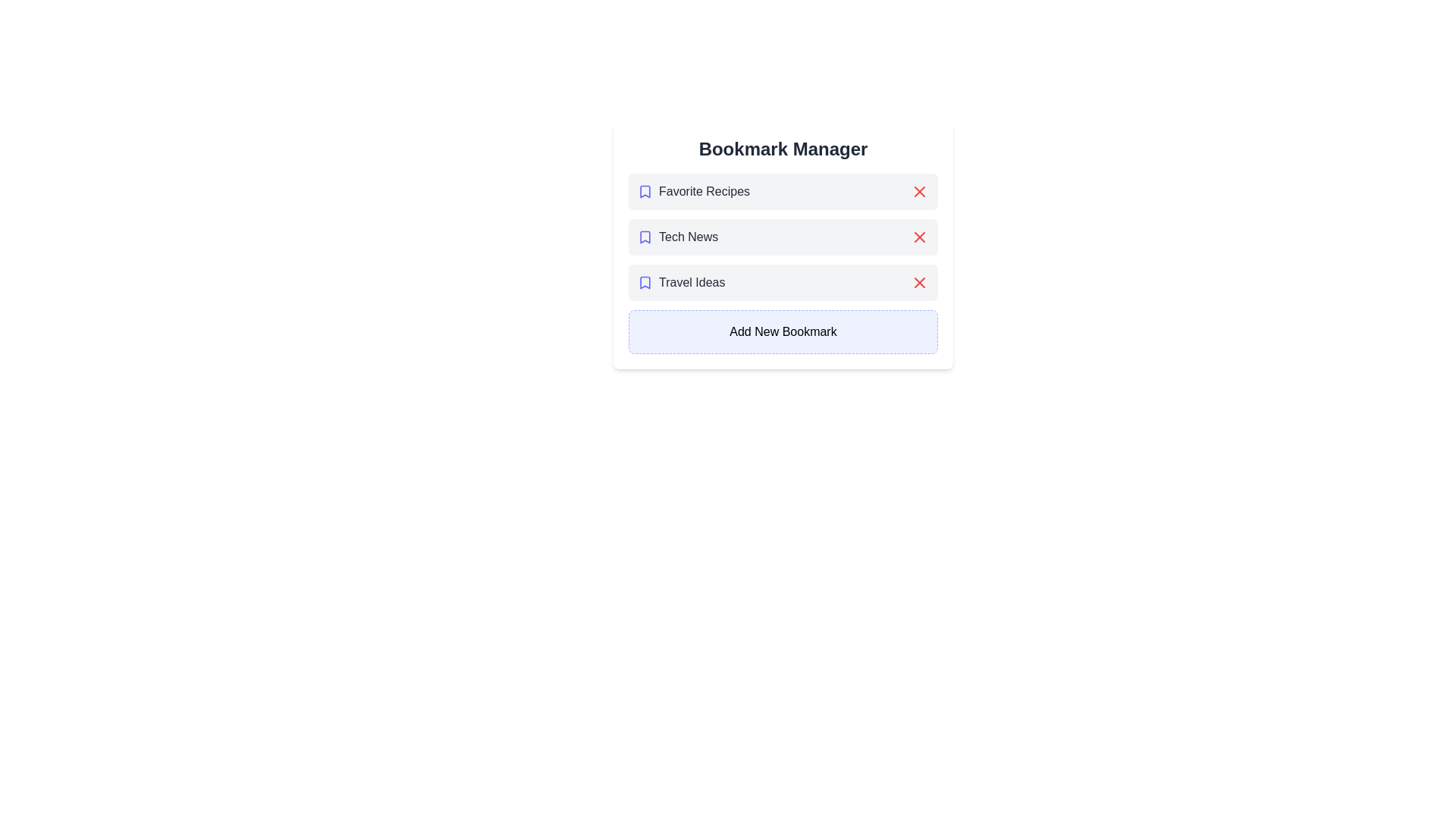  What do you see at coordinates (783, 237) in the screenshot?
I see `the bookmark titled Tech News to highlight it` at bounding box center [783, 237].